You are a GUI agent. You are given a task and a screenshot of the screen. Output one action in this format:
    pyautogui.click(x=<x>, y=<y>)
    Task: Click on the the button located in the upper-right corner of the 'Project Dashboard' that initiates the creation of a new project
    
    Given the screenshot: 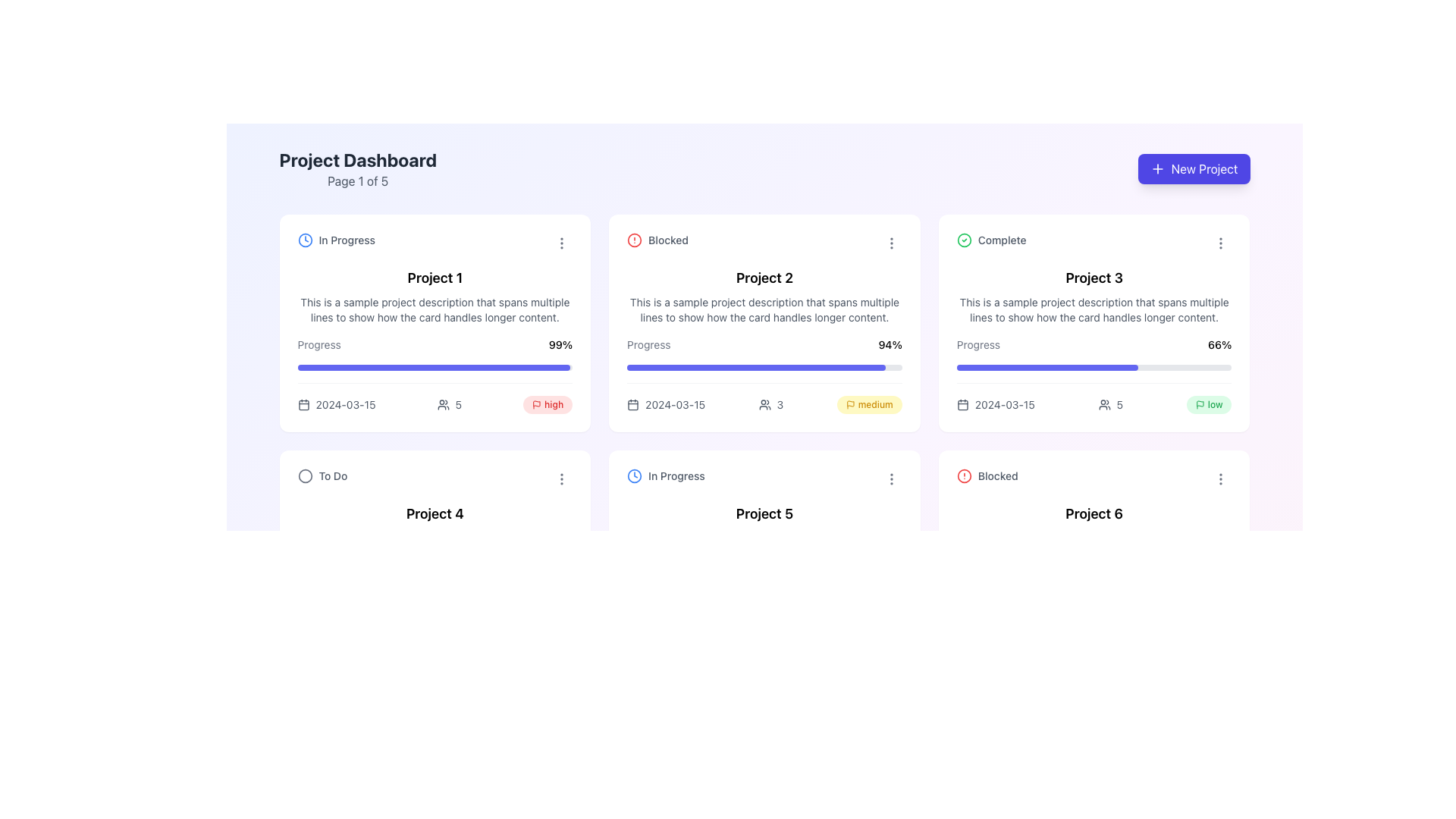 What is the action you would take?
    pyautogui.click(x=1193, y=169)
    